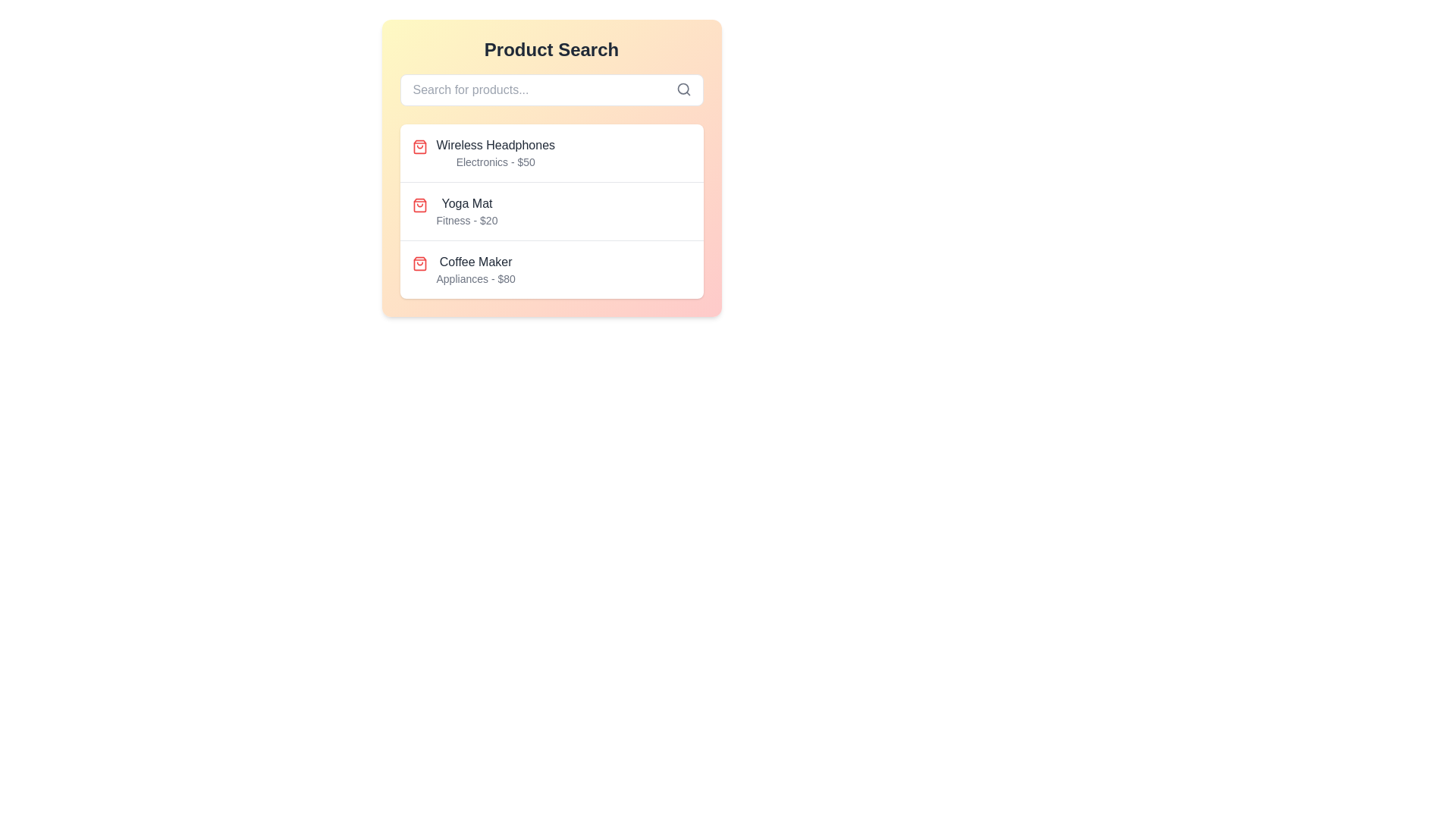 This screenshot has width=1456, height=819. I want to click on the descriptive text label for 'Wireless Headphones', which provides details about its category and price, so click(495, 162).